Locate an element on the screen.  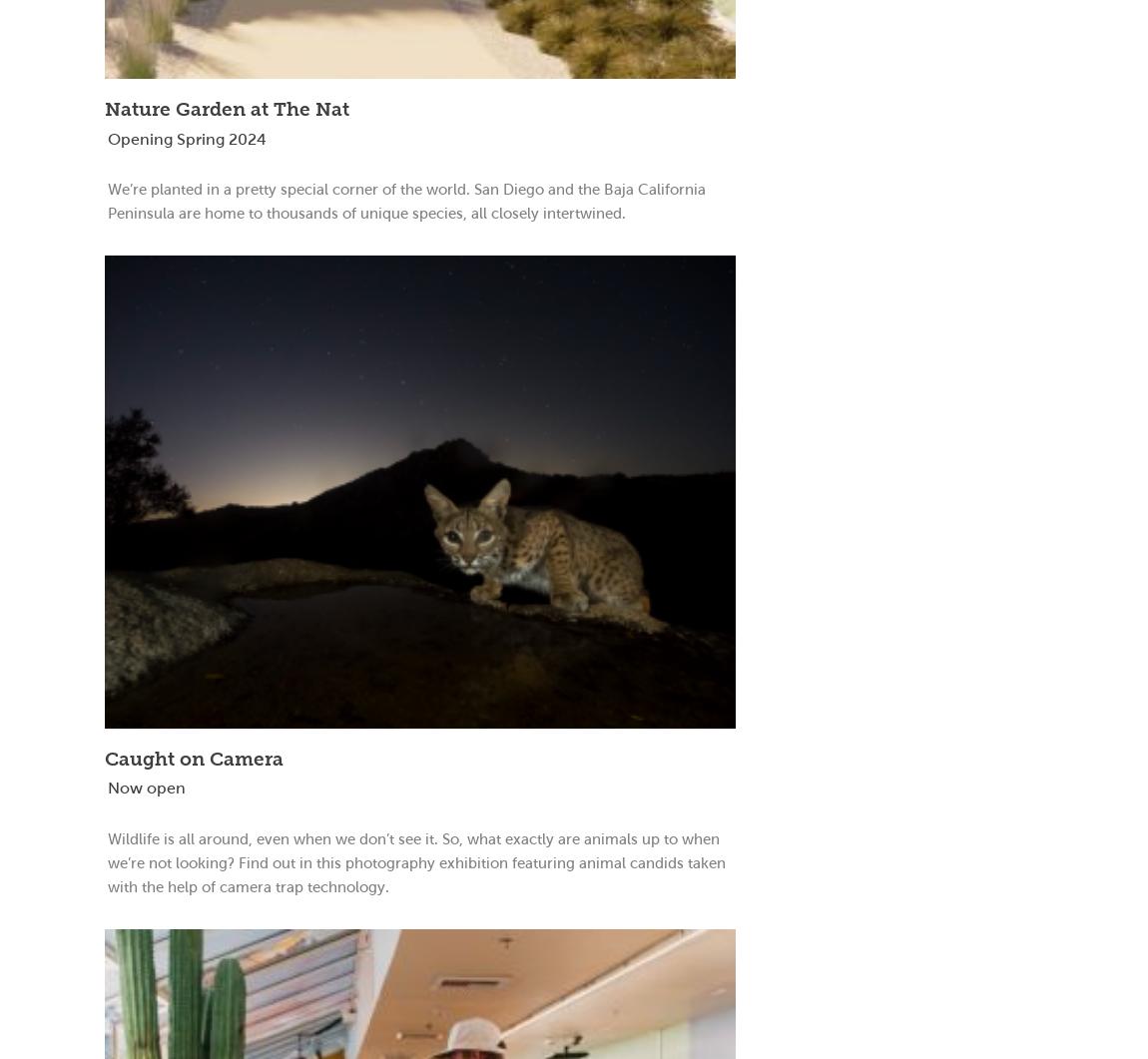
'is' is located at coordinates (162, 837).